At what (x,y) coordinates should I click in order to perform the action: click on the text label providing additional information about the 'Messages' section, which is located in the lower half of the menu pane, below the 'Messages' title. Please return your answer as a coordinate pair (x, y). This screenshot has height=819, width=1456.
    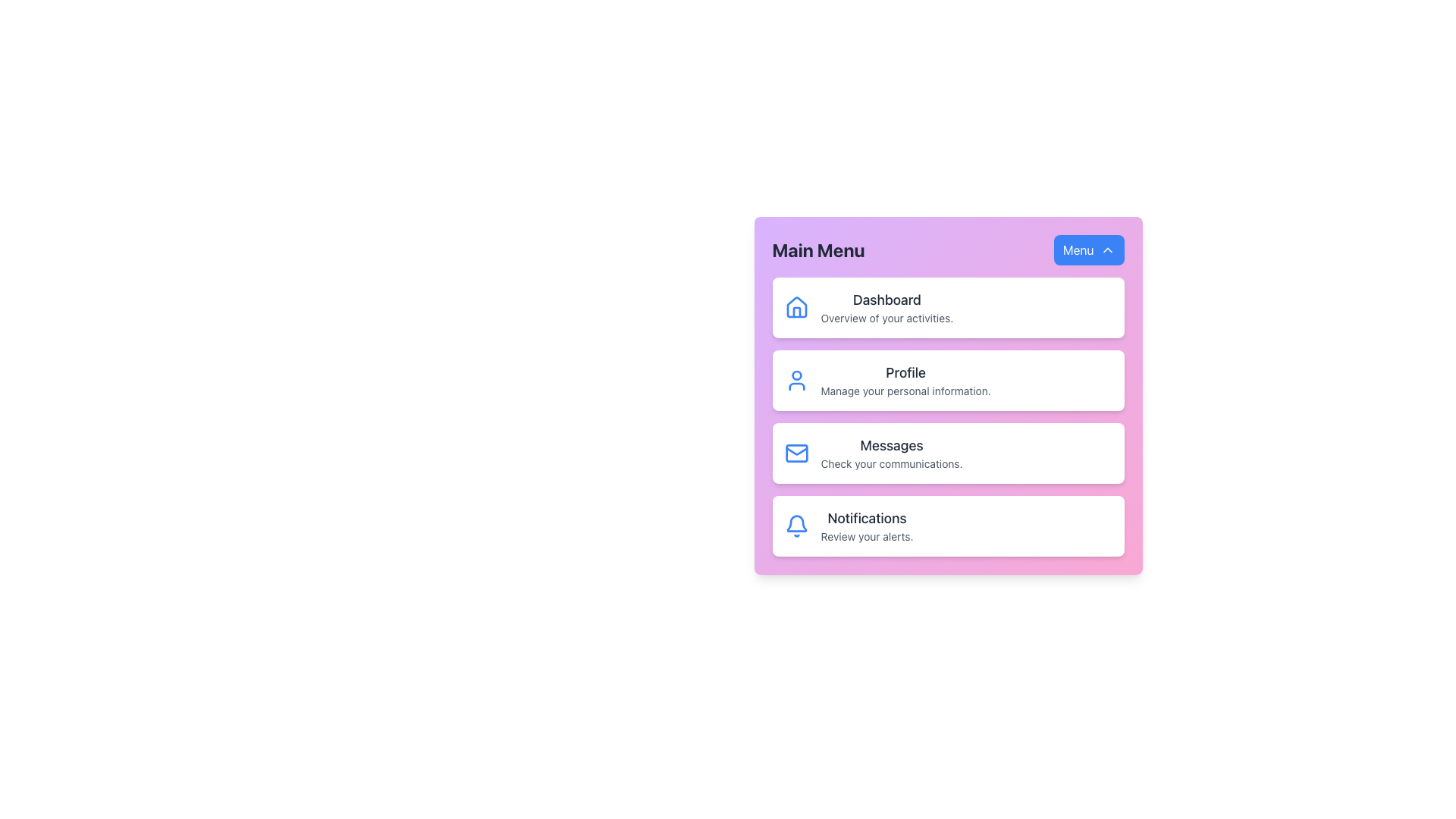
    Looking at the image, I should click on (892, 463).